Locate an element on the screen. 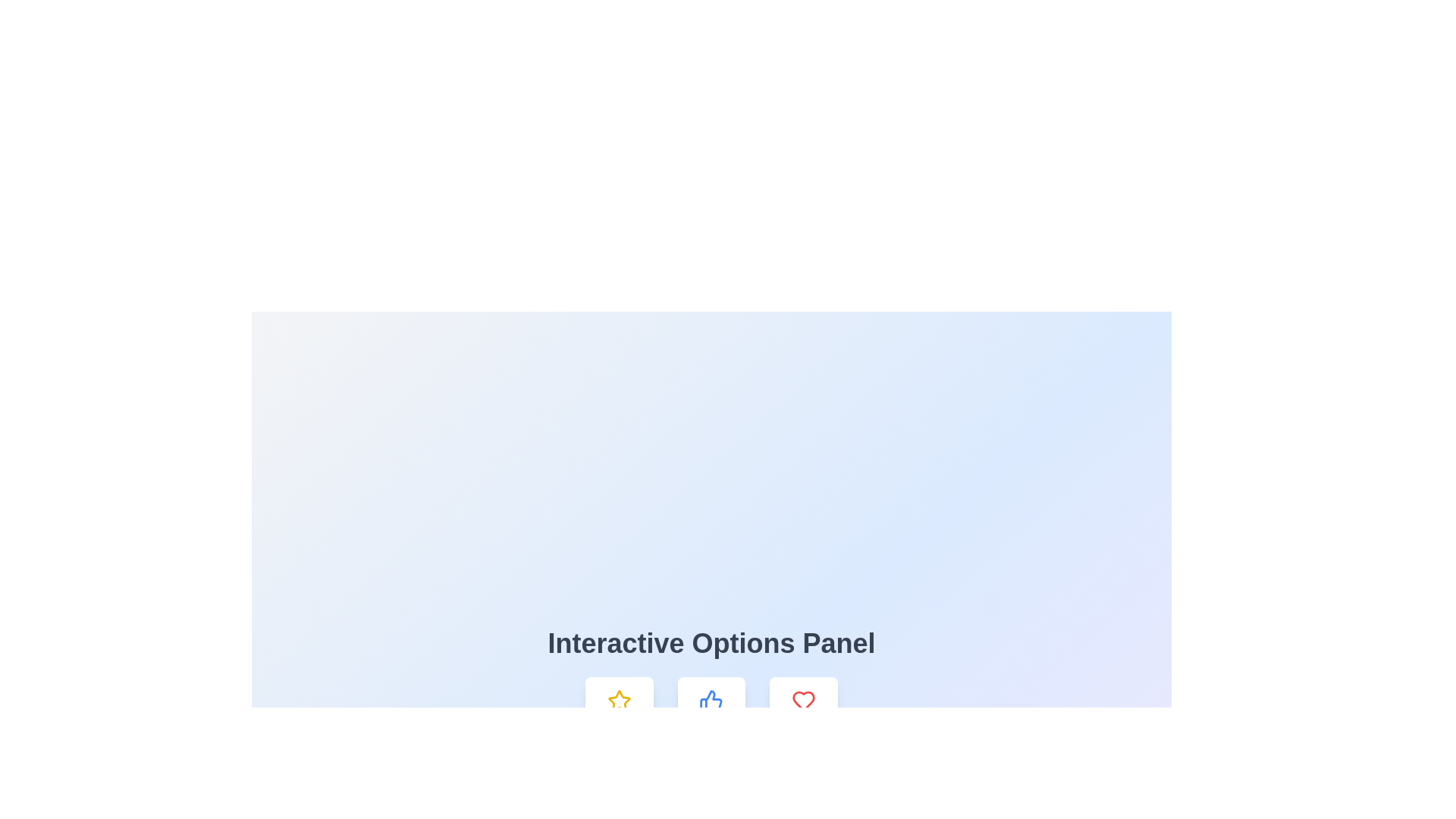 This screenshot has height=819, width=1456. the heart icon button, which is the third button in a row of three buttons beneath the 'Interactive Options Panel' is located at coordinates (803, 701).